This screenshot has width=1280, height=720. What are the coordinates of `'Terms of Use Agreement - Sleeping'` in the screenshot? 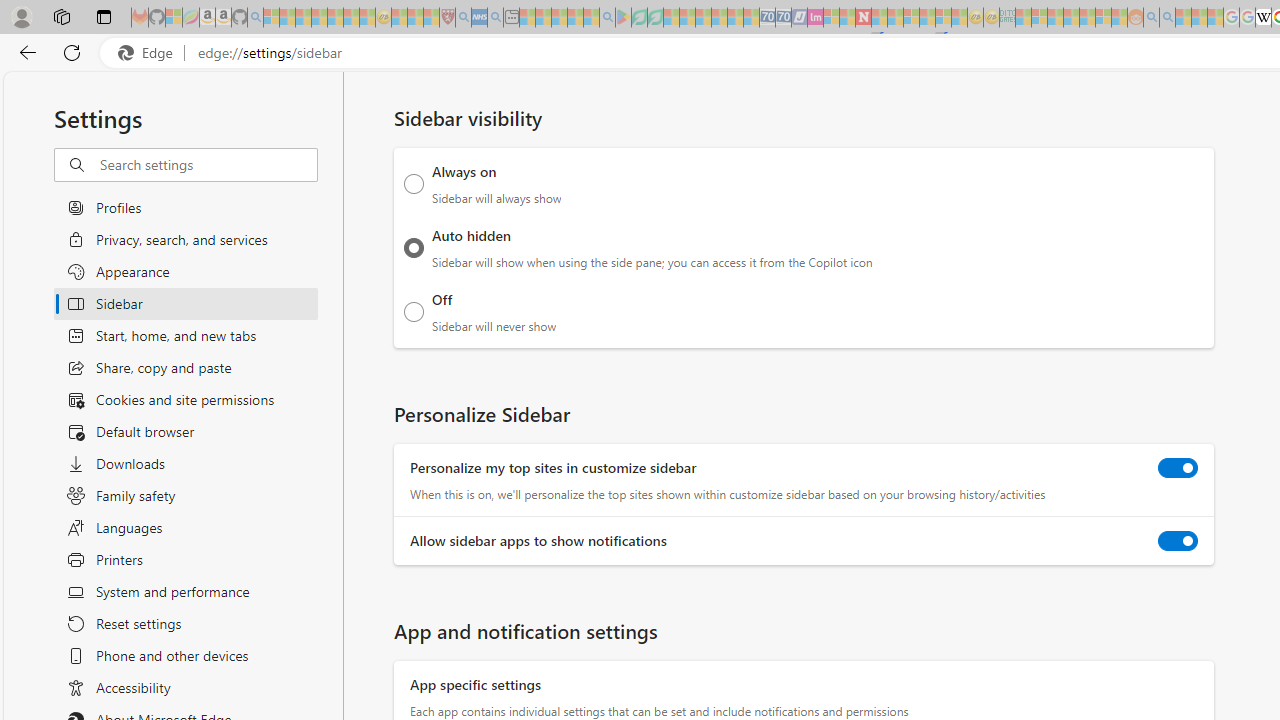 It's located at (638, 17).